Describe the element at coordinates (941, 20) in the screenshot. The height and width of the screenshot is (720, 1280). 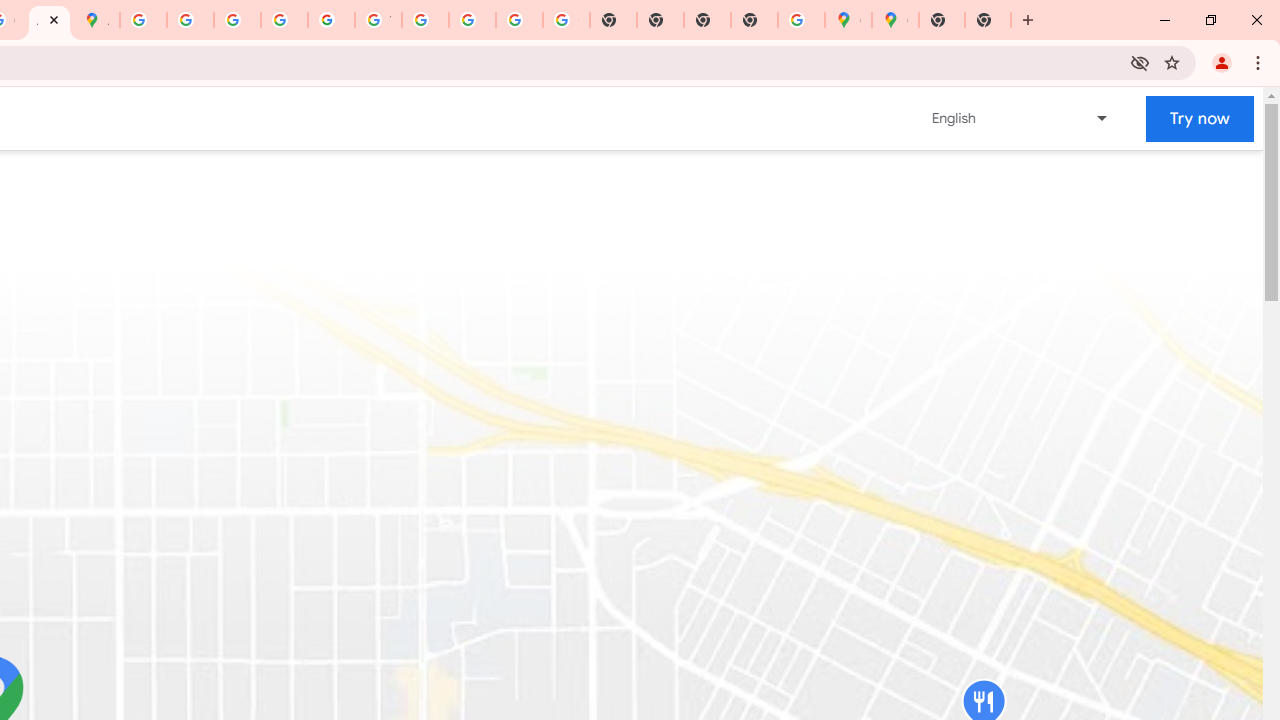
I see `'New Tab'` at that location.